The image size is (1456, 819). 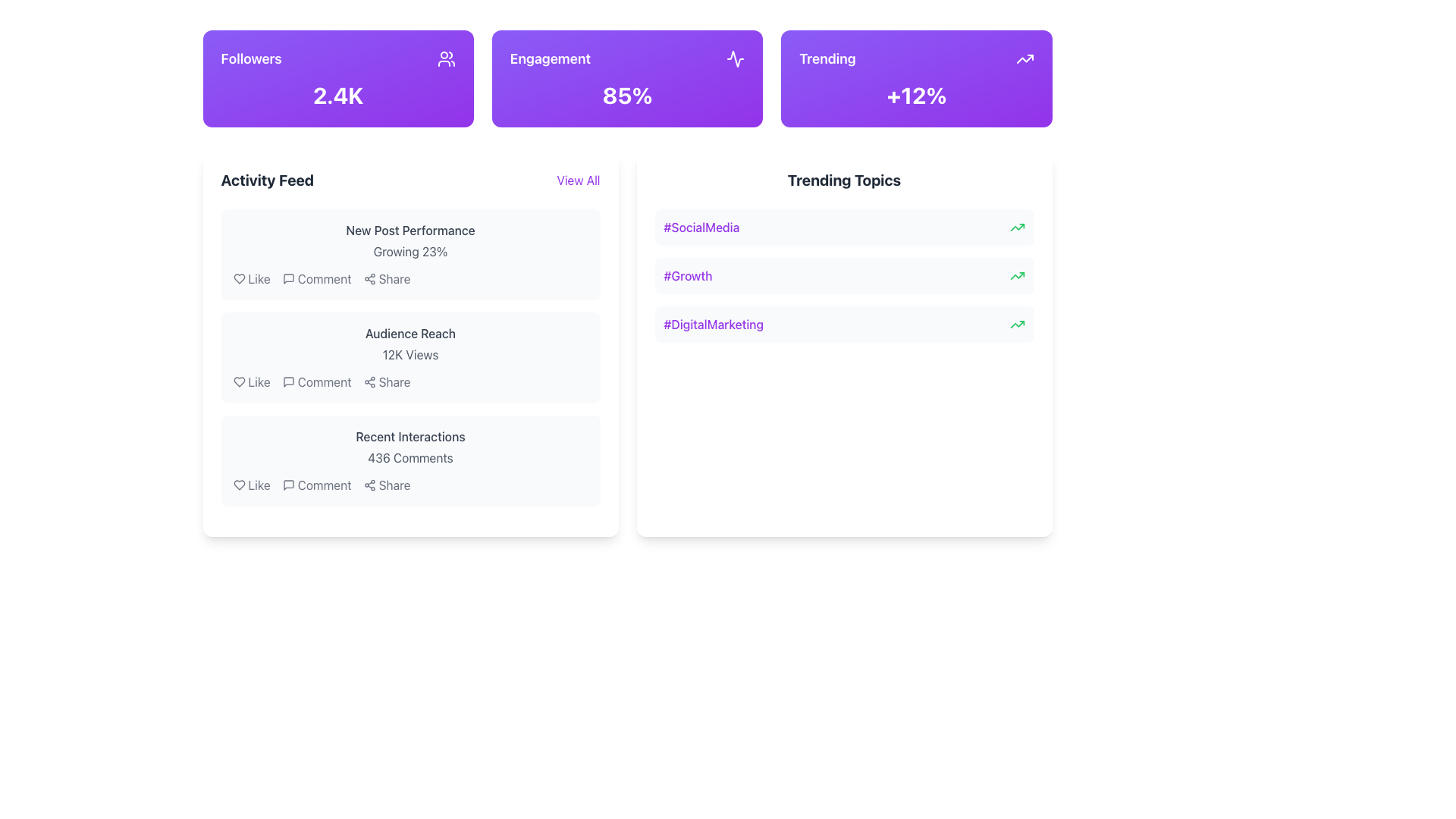 I want to click on the 'Activity Feed' title text label located in the upper left corner of the content section, adjacent to the 'View All' button, so click(x=267, y=180).